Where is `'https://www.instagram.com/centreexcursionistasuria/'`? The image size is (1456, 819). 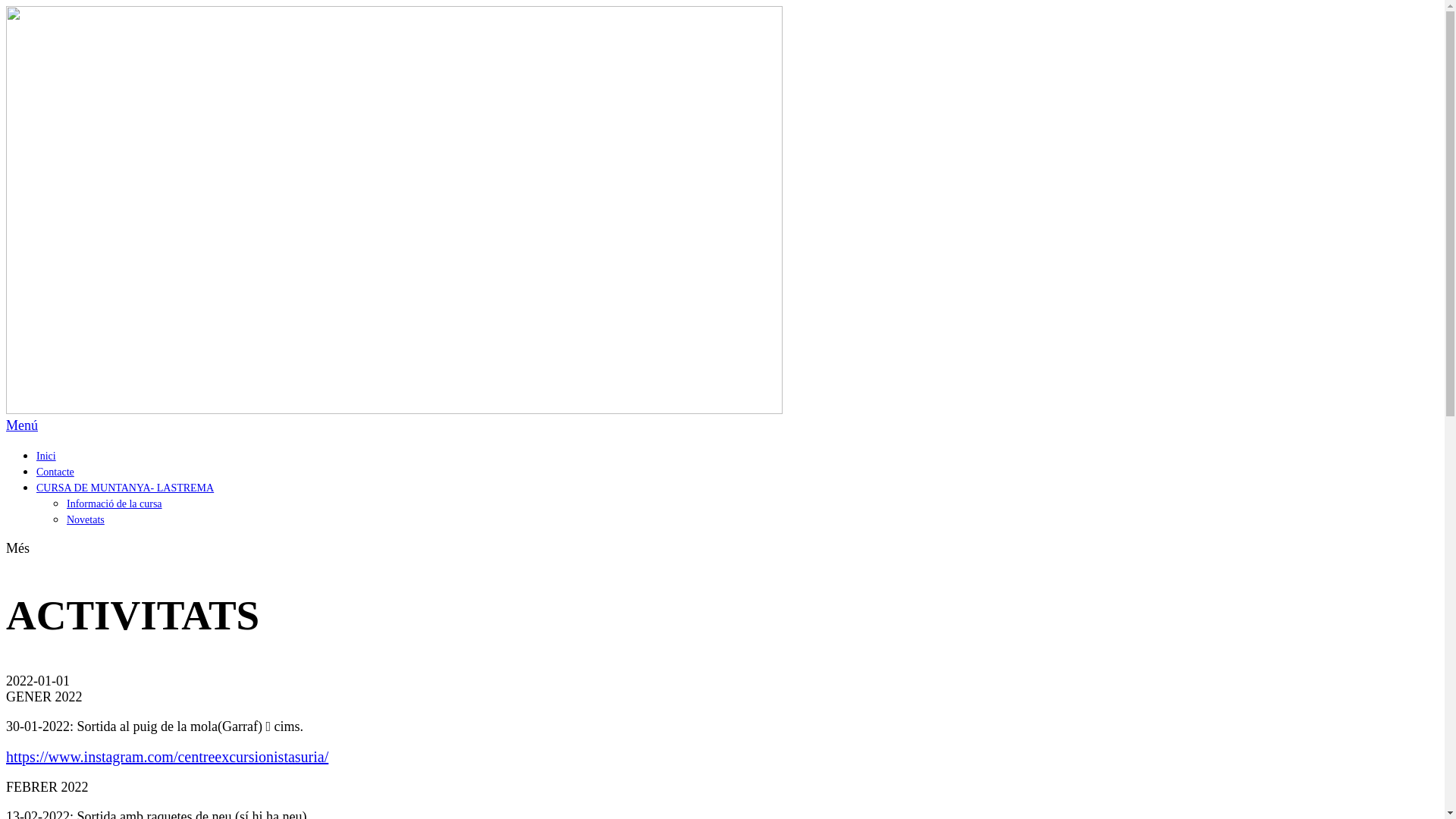 'https://www.instagram.com/centreexcursionistasuria/' is located at coordinates (167, 757).